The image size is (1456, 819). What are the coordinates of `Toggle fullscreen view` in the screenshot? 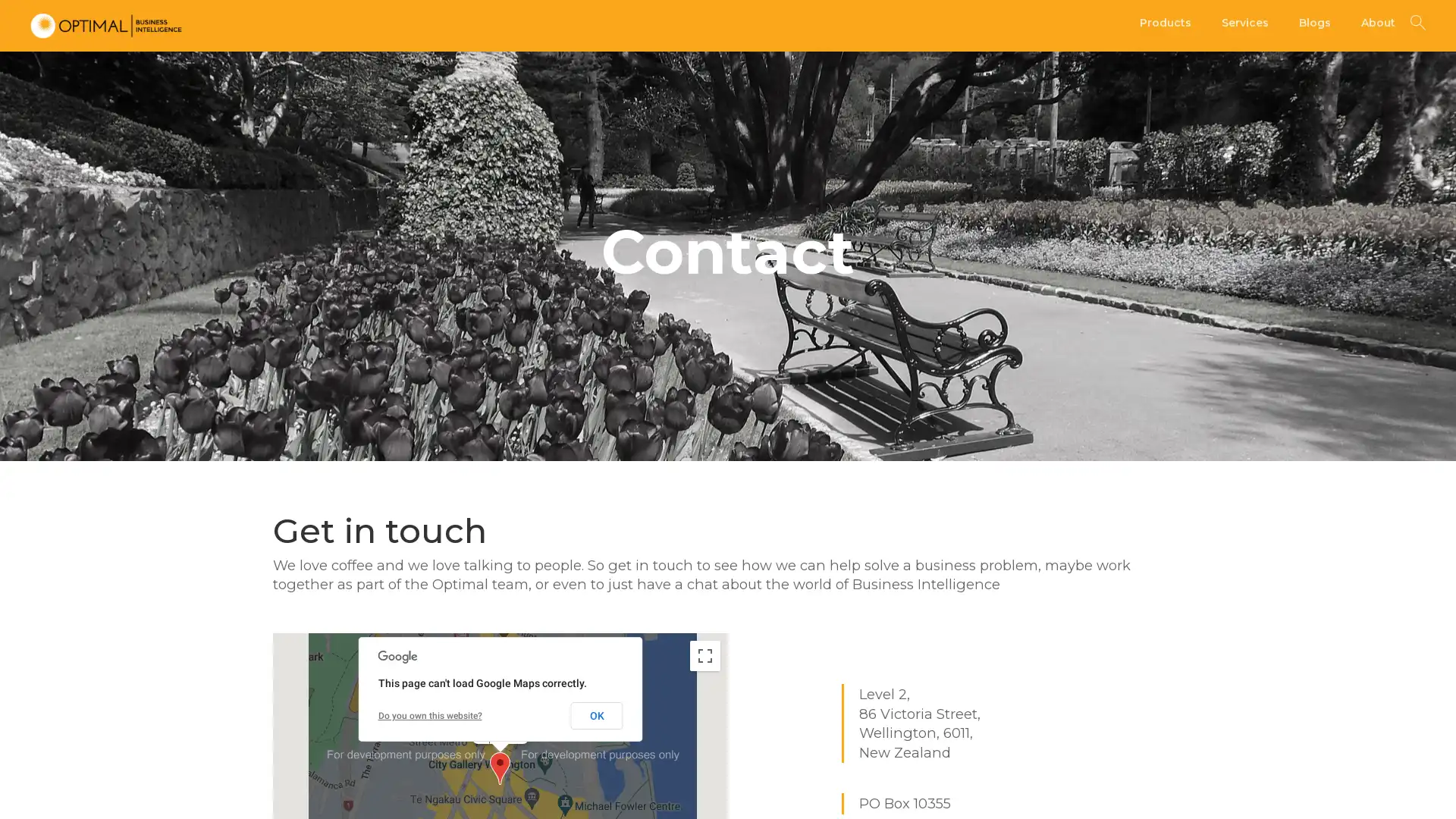 It's located at (704, 654).